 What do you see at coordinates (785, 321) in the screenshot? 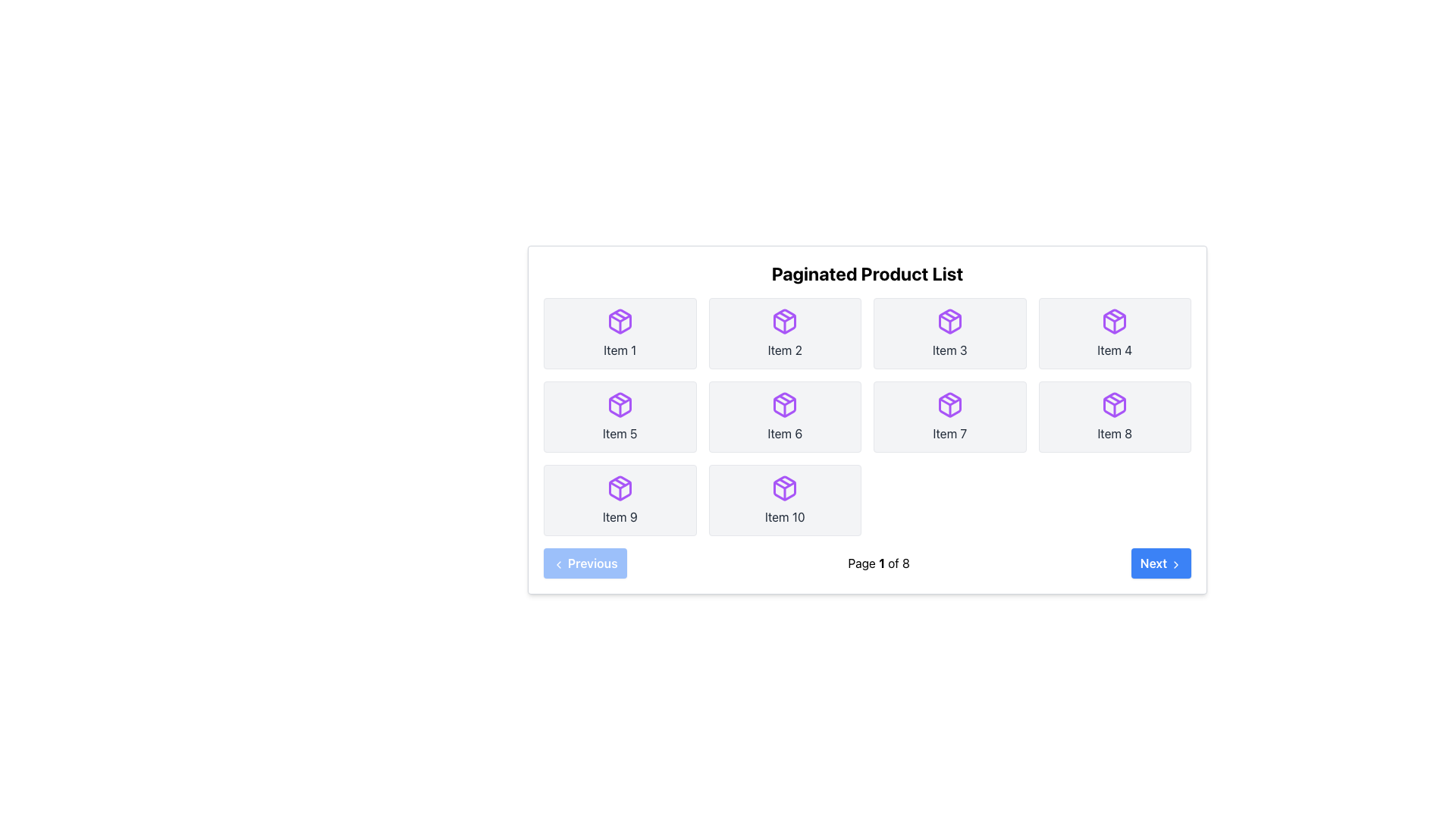
I see `the 'Item 2' icon in the second column of the first row of the product grid for further interaction` at bounding box center [785, 321].